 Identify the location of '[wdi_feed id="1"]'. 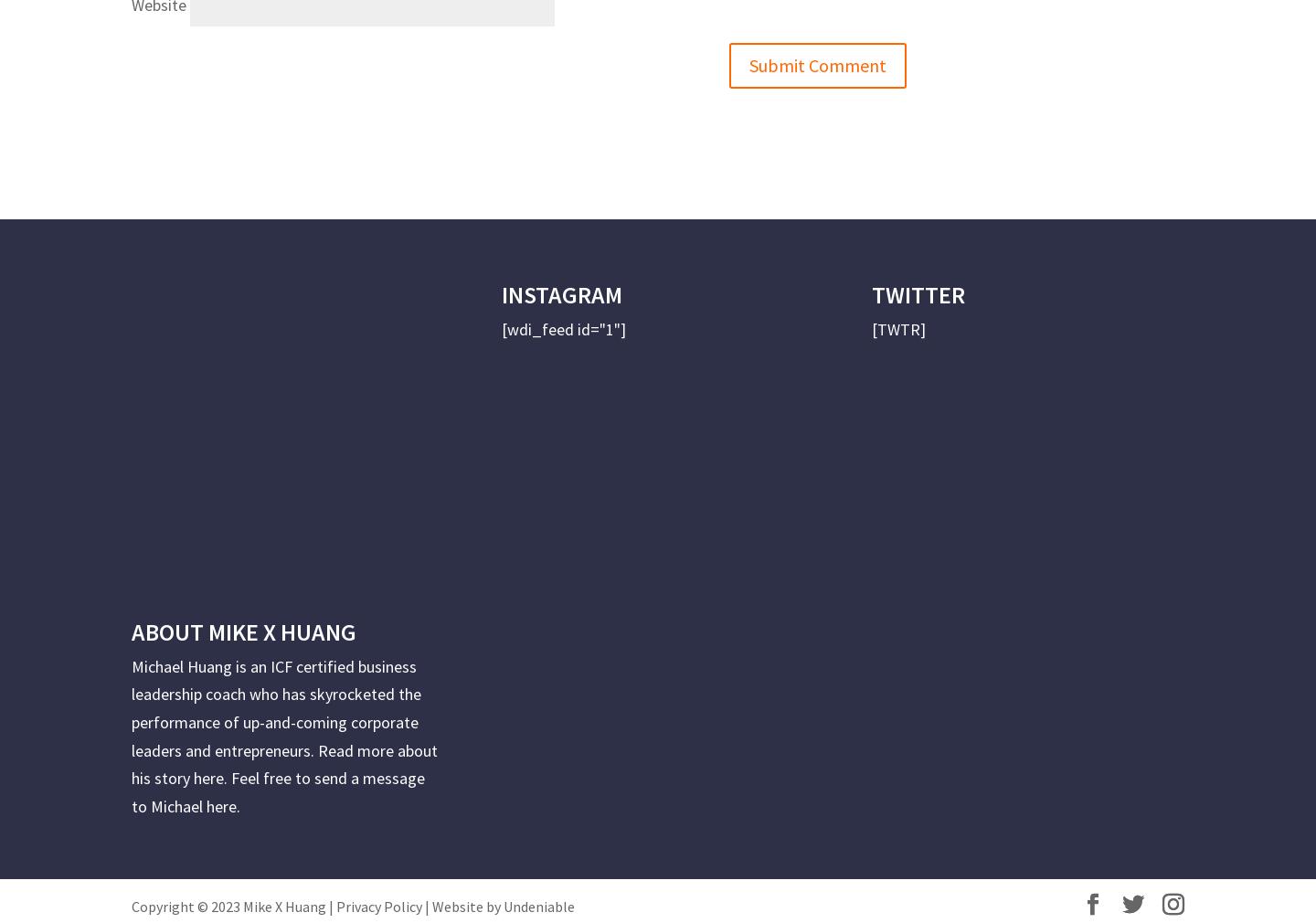
(563, 328).